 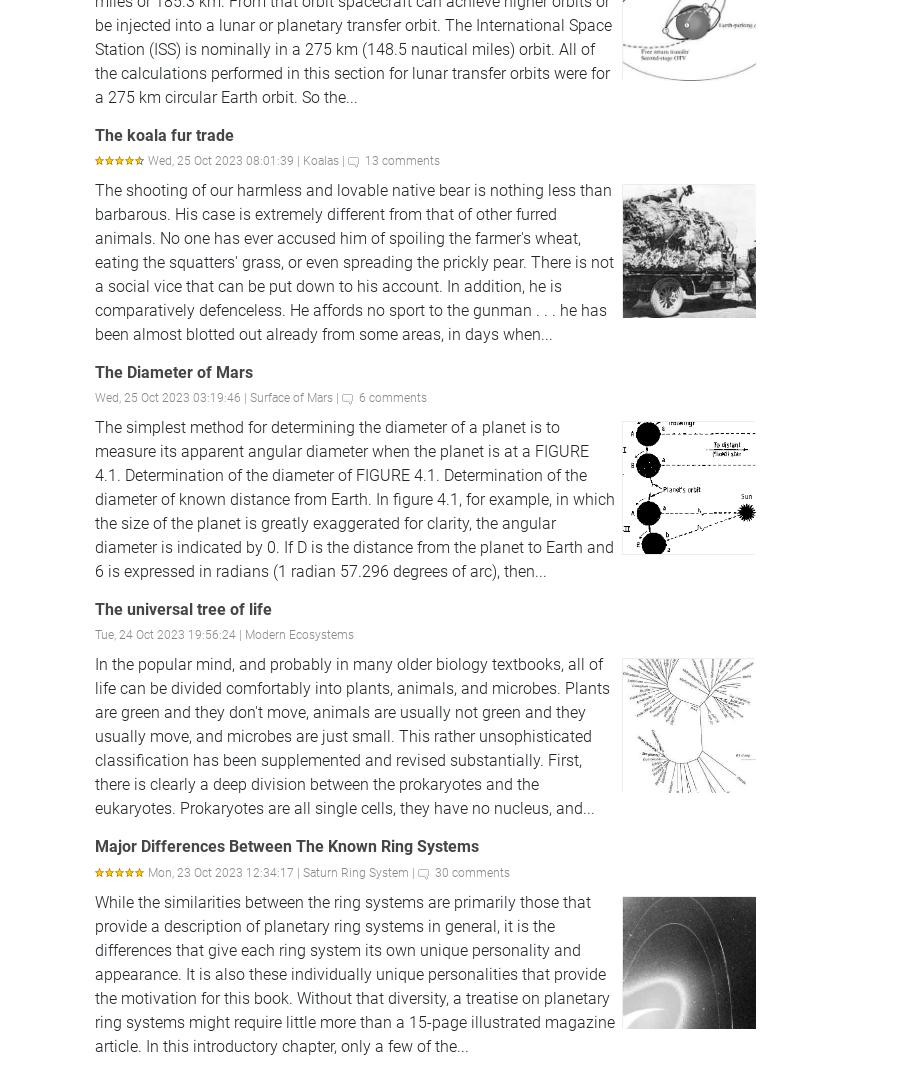 I want to click on '30 comments', so click(x=471, y=870).